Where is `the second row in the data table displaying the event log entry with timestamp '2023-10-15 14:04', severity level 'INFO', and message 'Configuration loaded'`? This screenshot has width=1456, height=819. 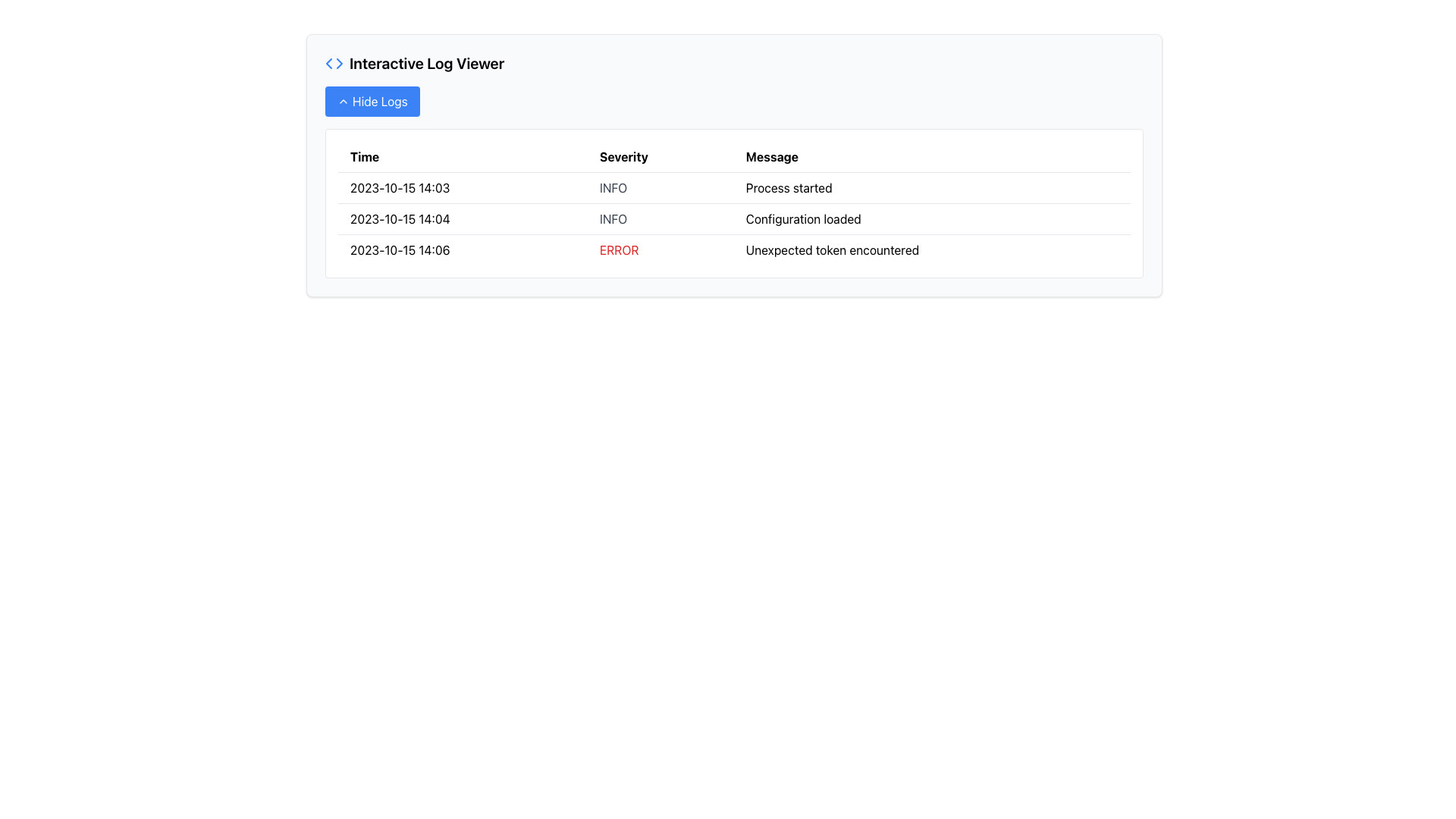 the second row in the data table displaying the event log entry with timestamp '2023-10-15 14:04', severity level 'INFO', and message 'Configuration loaded' is located at coordinates (734, 219).